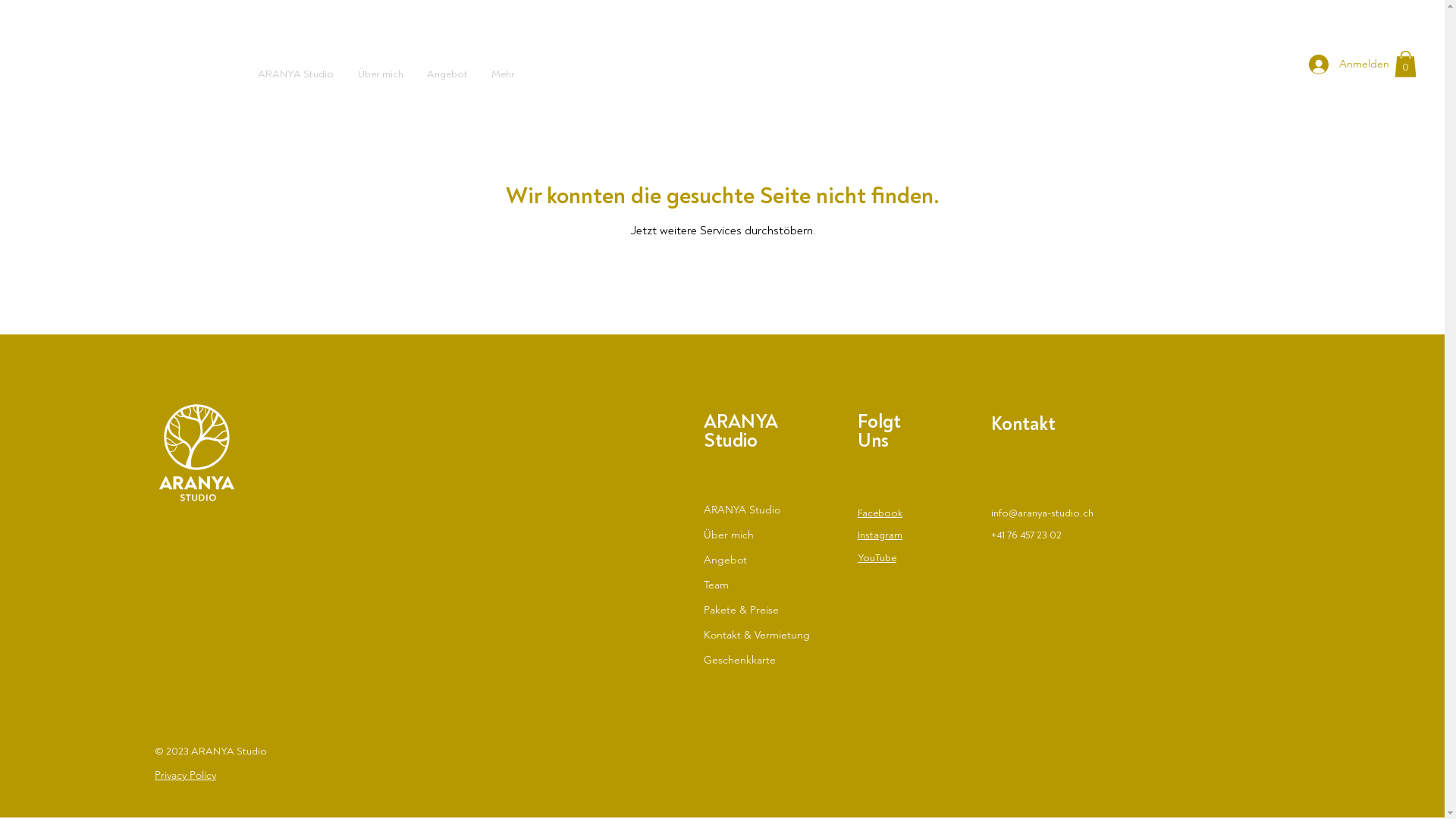 This screenshot has height=819, width=1456. I want to click on '0', so click(1404, 63).